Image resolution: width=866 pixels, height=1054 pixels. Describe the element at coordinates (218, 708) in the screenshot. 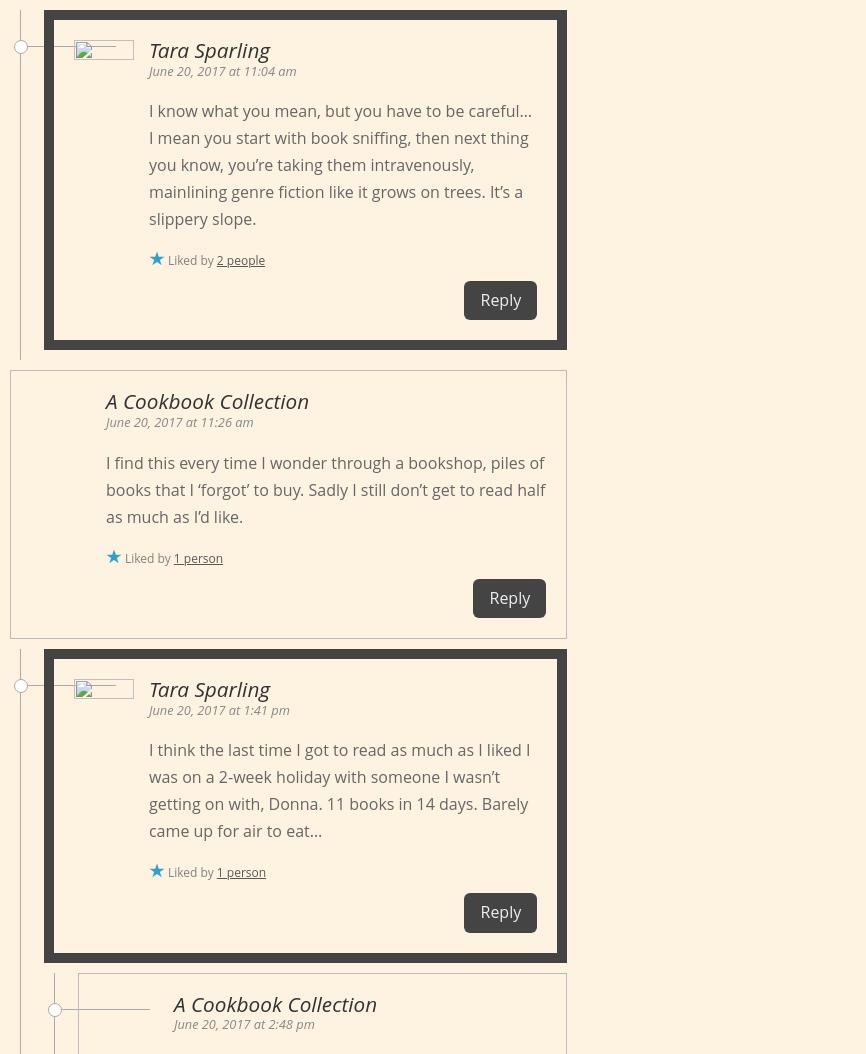

I see `'June 20, 2017 at 1:41 pm'` at that location.